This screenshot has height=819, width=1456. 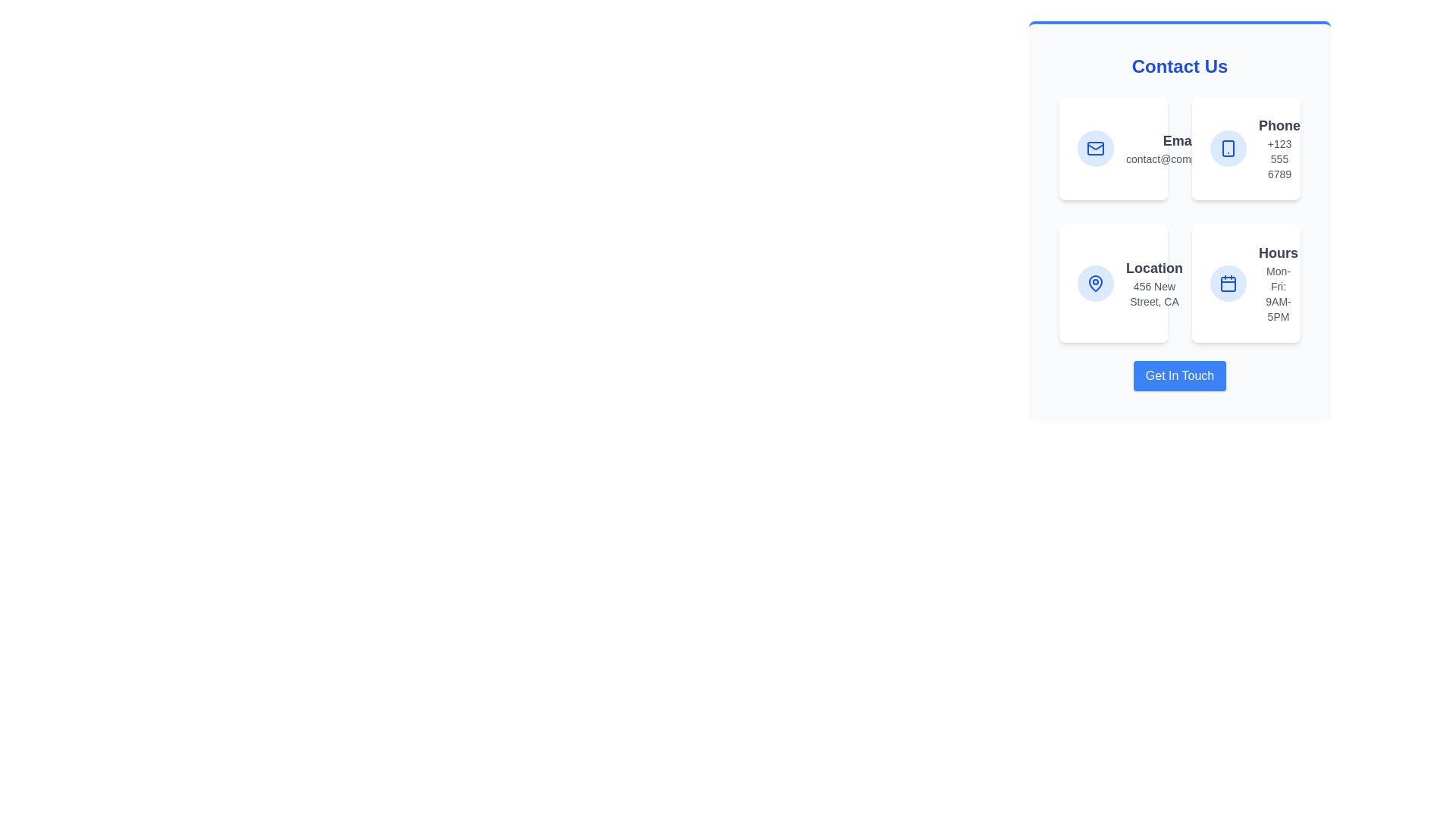 I want to click on the phone number text label in the second card of the 'Contact Us' section to initiate a call, so click(x=1279, y=149).